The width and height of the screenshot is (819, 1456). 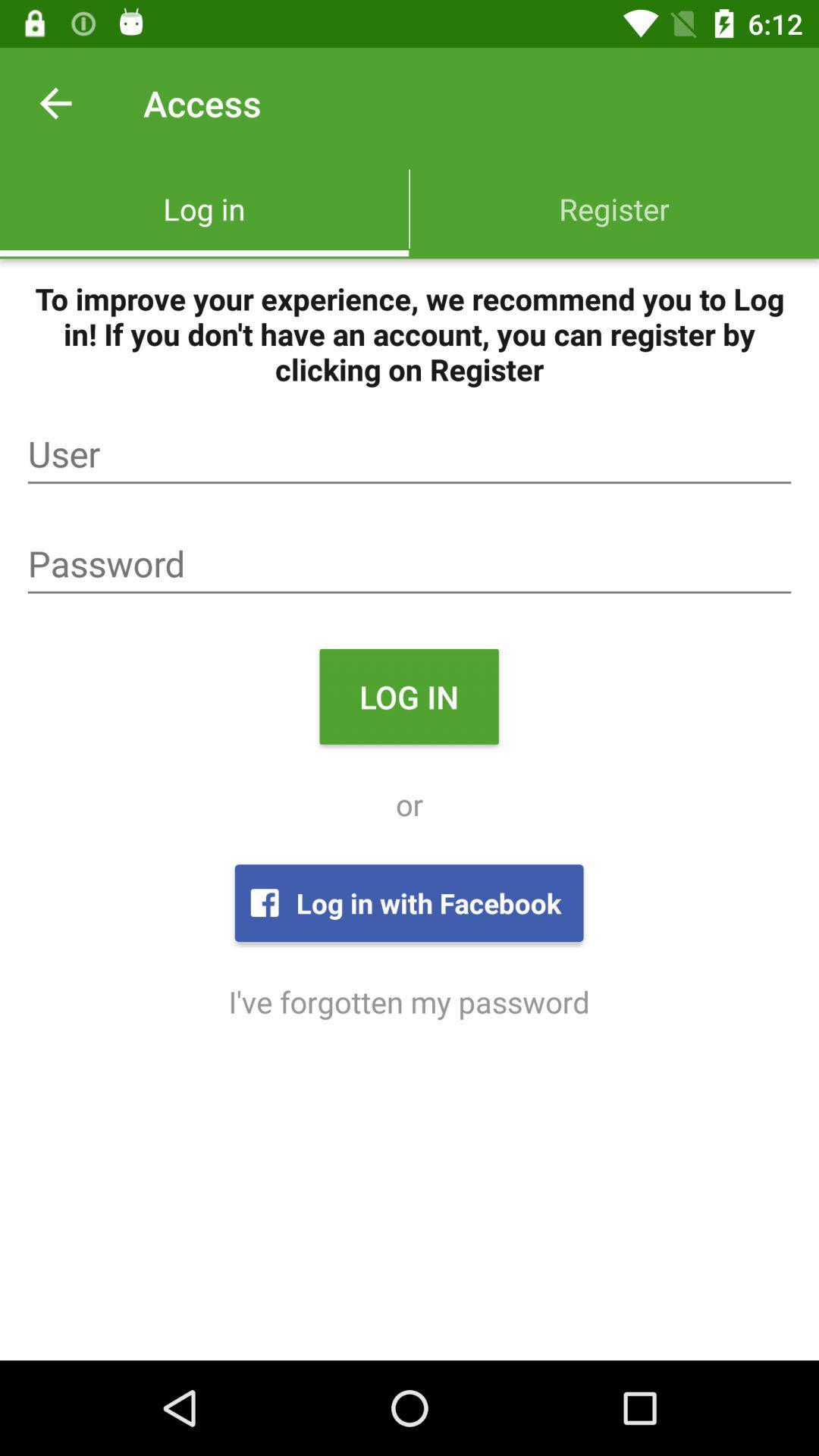 What do you see at coordinates (408, 1002) in the screenshot?
I see `i ve forgotten icon` at bounding box center [408, 1002].